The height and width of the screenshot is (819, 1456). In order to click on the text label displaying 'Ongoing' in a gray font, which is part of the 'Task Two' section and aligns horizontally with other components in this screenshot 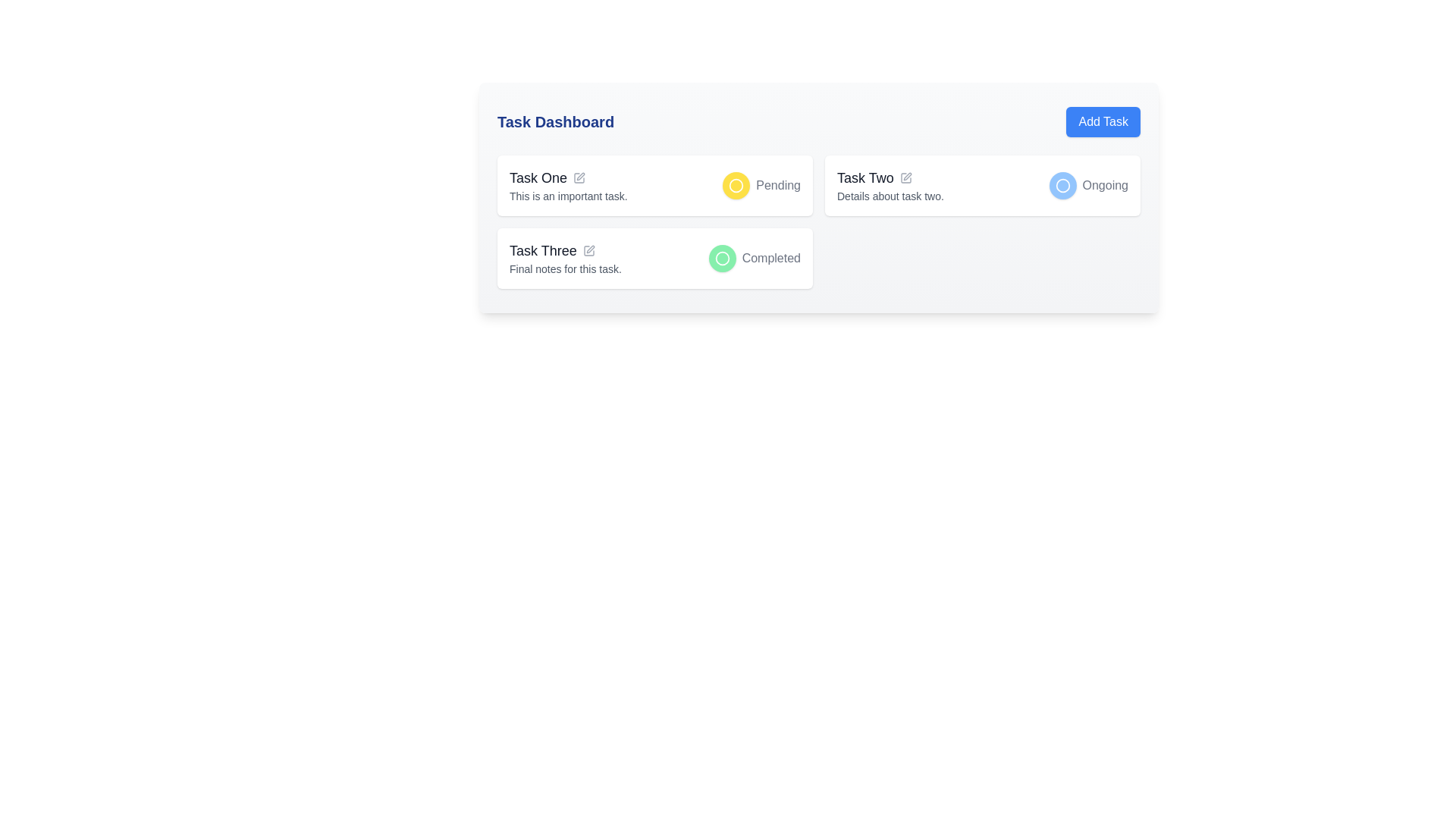, I will do `click(1105, 185)`.